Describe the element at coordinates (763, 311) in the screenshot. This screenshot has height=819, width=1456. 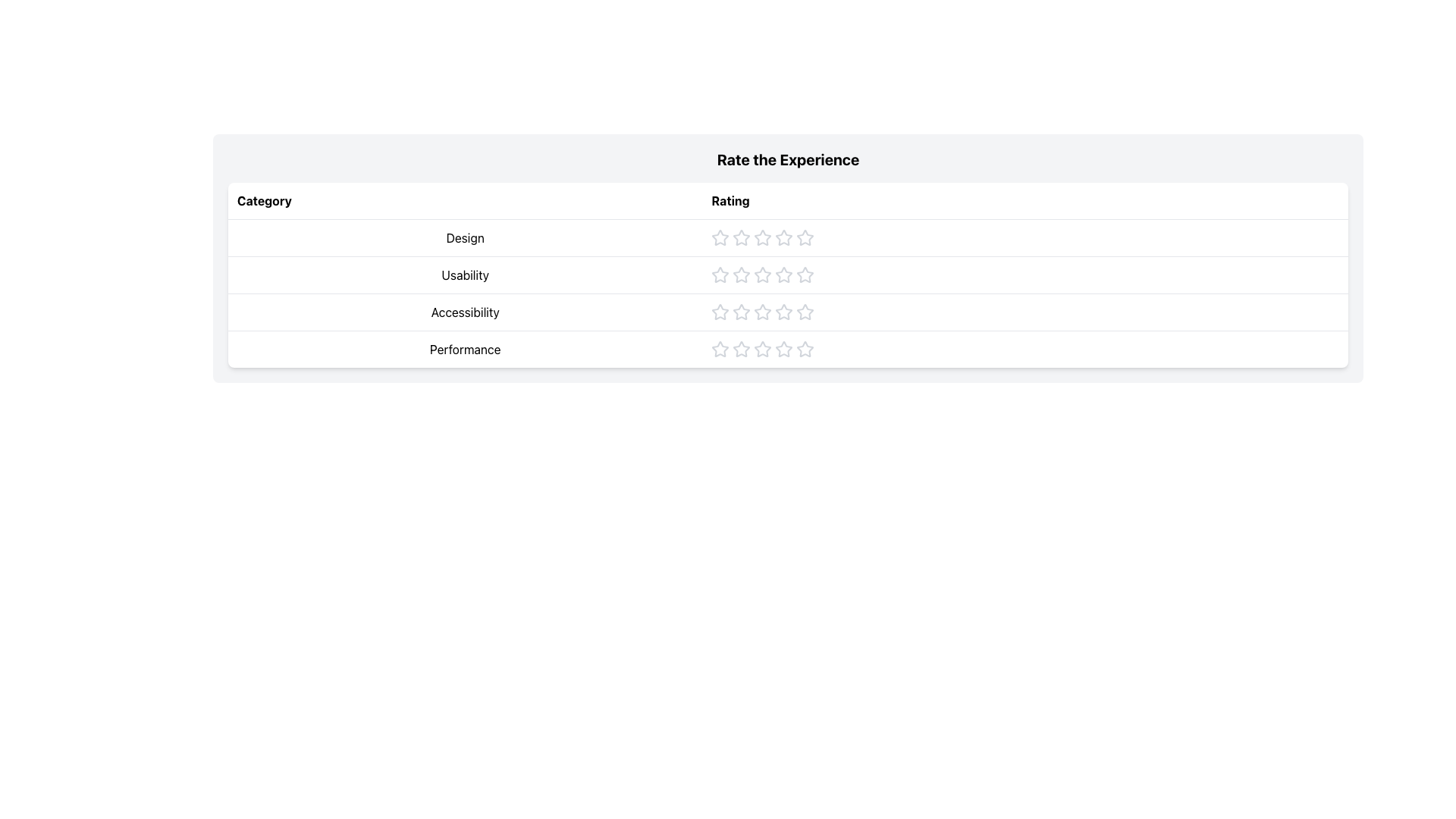
I see `the third rating star for the Accessibility category to set the rating to three stars` at that location.